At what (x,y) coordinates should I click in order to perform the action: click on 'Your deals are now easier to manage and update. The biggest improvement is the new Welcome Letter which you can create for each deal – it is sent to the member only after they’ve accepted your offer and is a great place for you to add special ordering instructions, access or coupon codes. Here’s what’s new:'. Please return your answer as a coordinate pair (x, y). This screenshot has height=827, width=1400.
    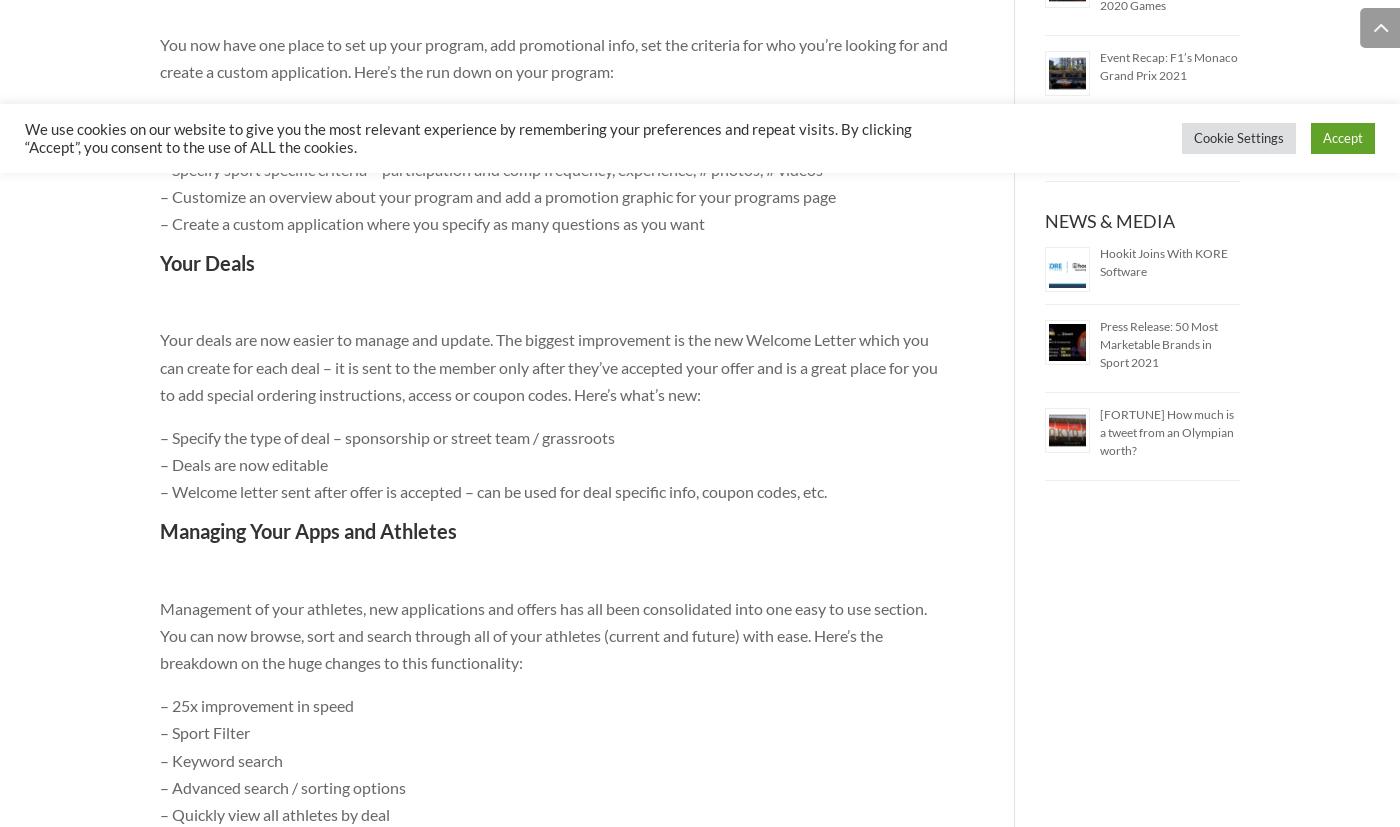
    Looking at the image, I should click on (548, 365).